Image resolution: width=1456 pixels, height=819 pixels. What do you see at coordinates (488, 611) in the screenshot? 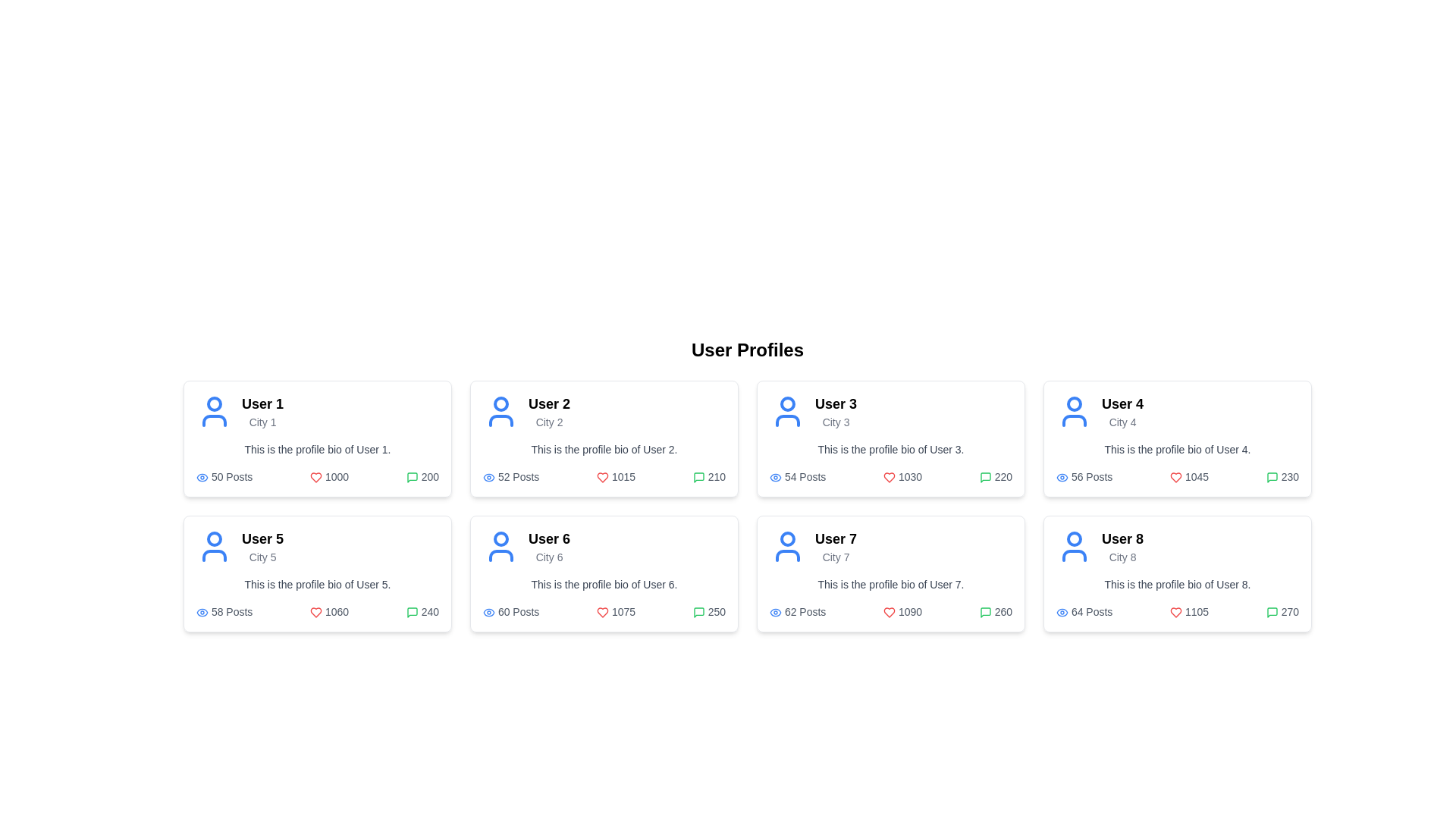
I see `the eye-shaped icon representing the view count for 'User 6' in the profile card, located in the lower right quadrant of the interface` at bounding box center [488, 611].